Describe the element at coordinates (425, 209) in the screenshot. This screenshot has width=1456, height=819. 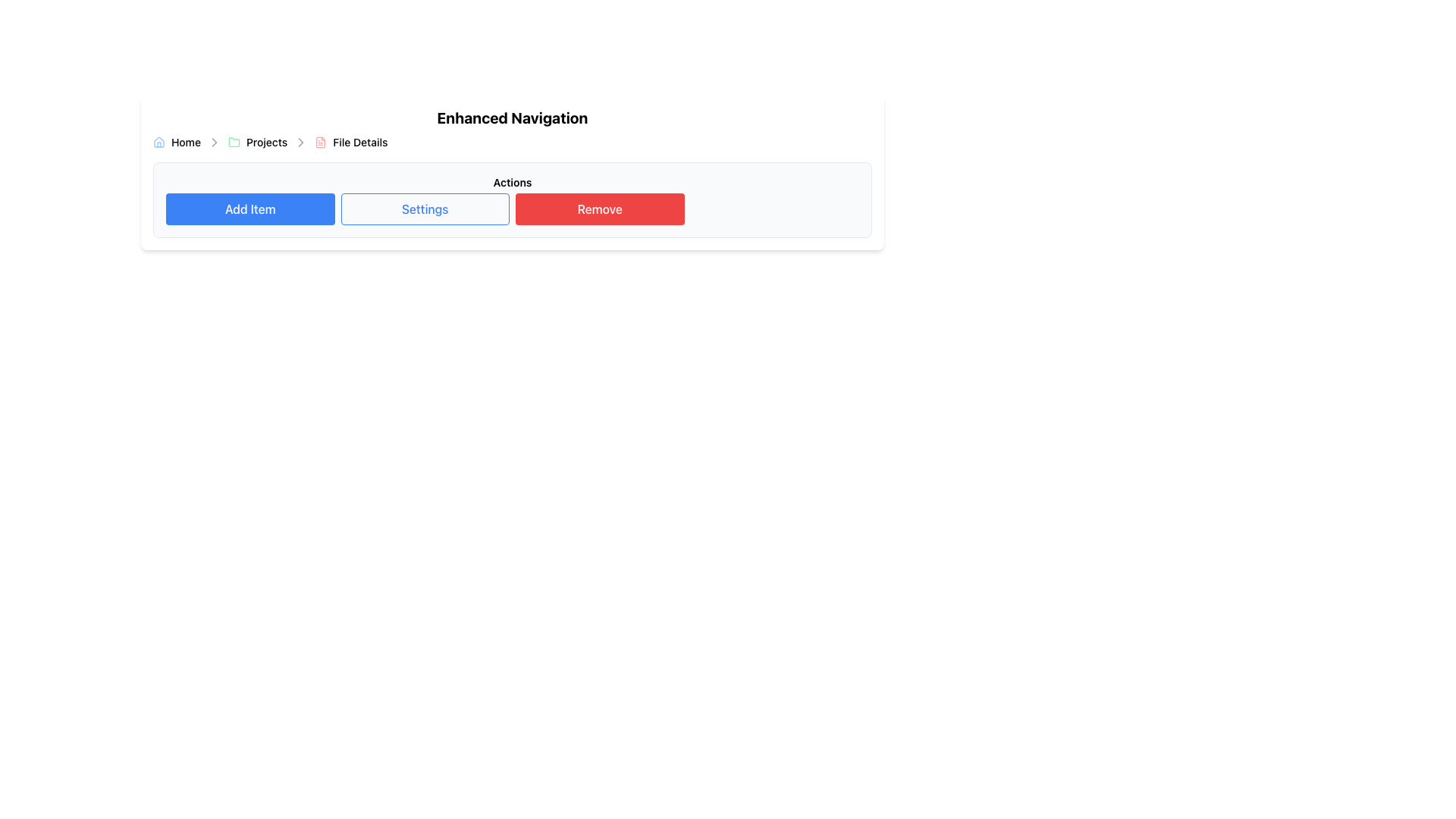
I see `the settings button located centrally between the 'Add Item' button and the 'Remove' button` at that location.